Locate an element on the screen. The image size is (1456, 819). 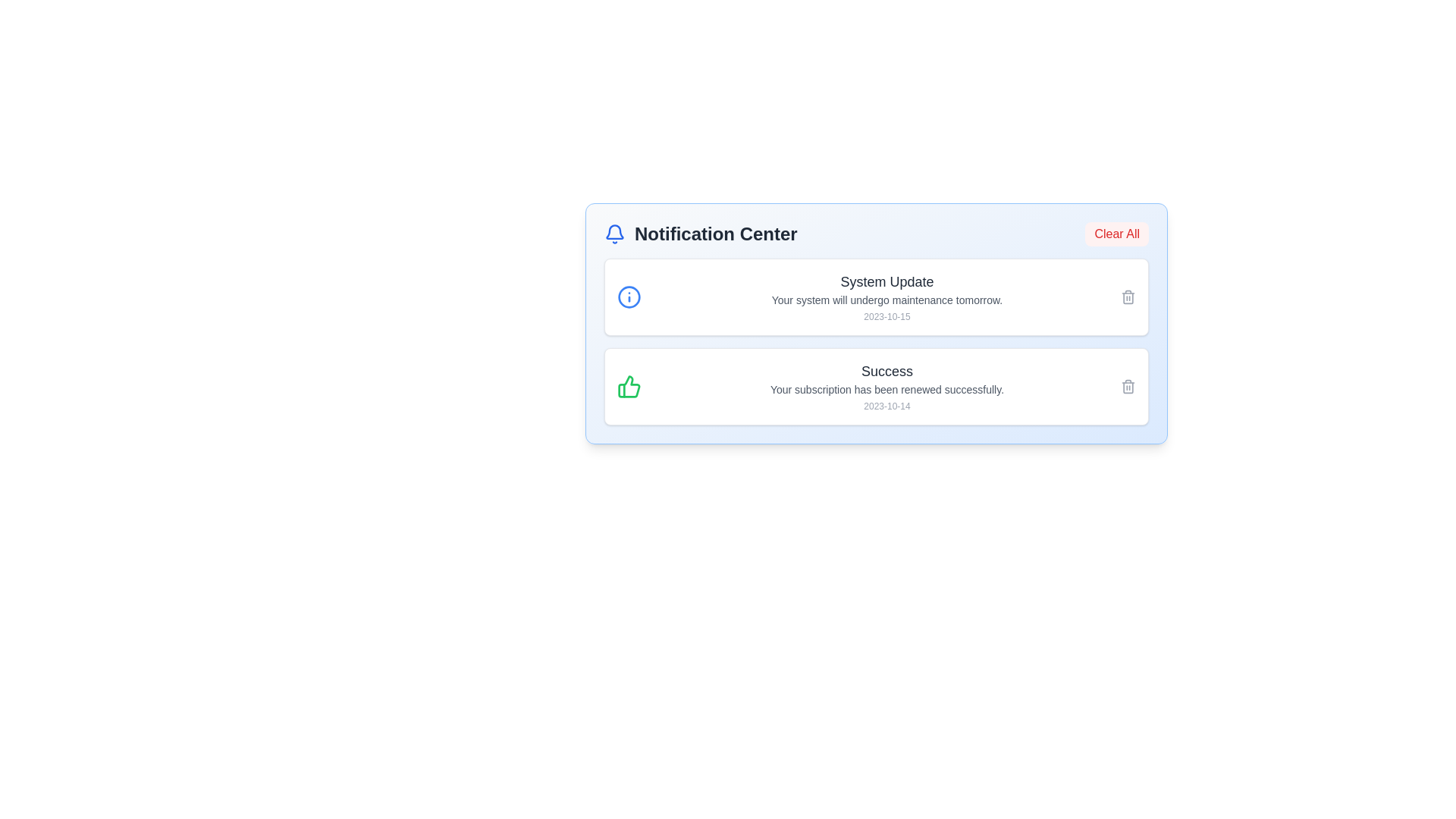
the notification text conveying the system update message, which is located beneath the heading 'System Update' and above the timestamp '2023-10-15' is located at coordinates (887, 300).